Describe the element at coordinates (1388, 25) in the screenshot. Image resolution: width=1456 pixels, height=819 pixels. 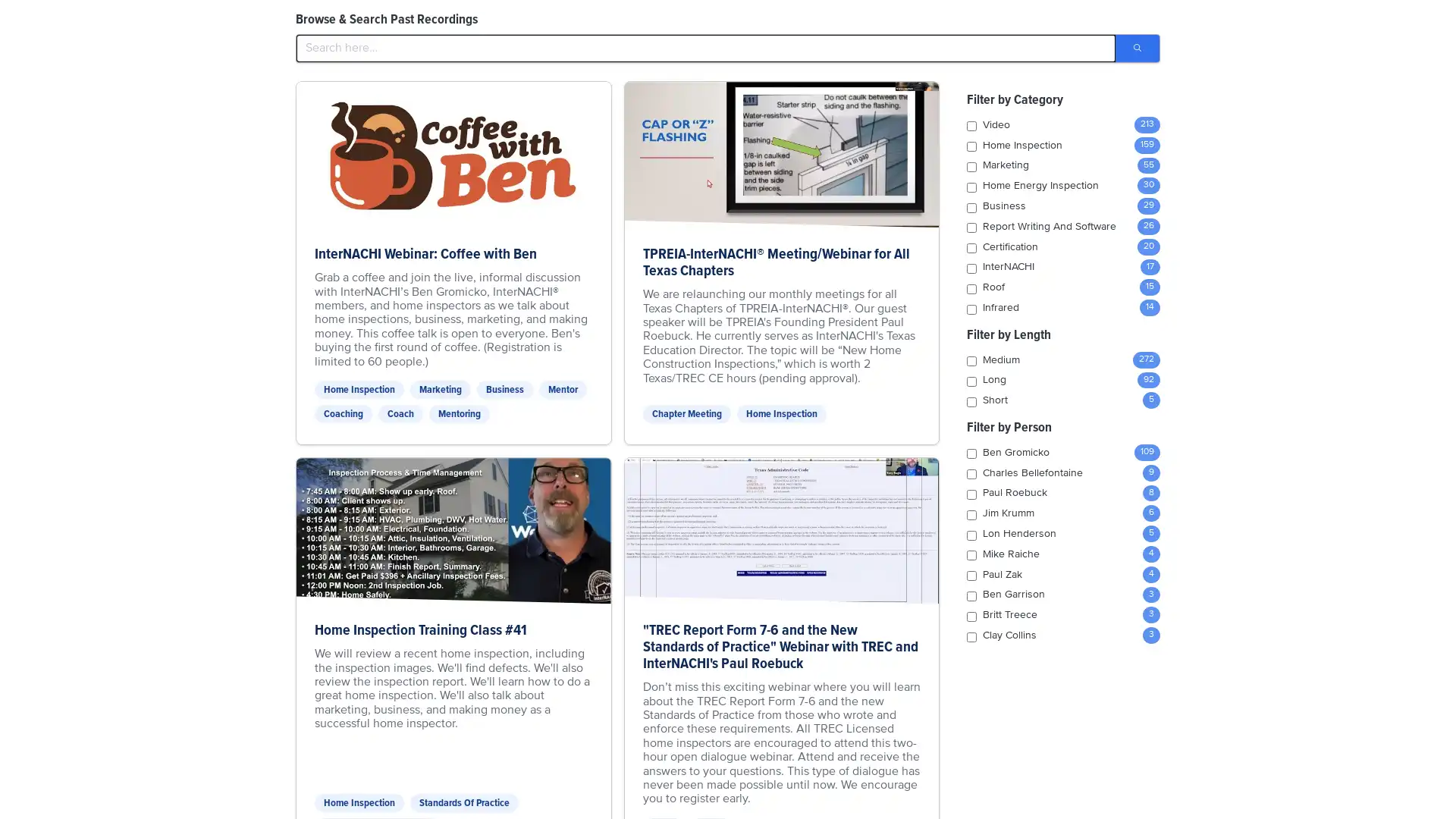
I see `Back to Top` at that location.